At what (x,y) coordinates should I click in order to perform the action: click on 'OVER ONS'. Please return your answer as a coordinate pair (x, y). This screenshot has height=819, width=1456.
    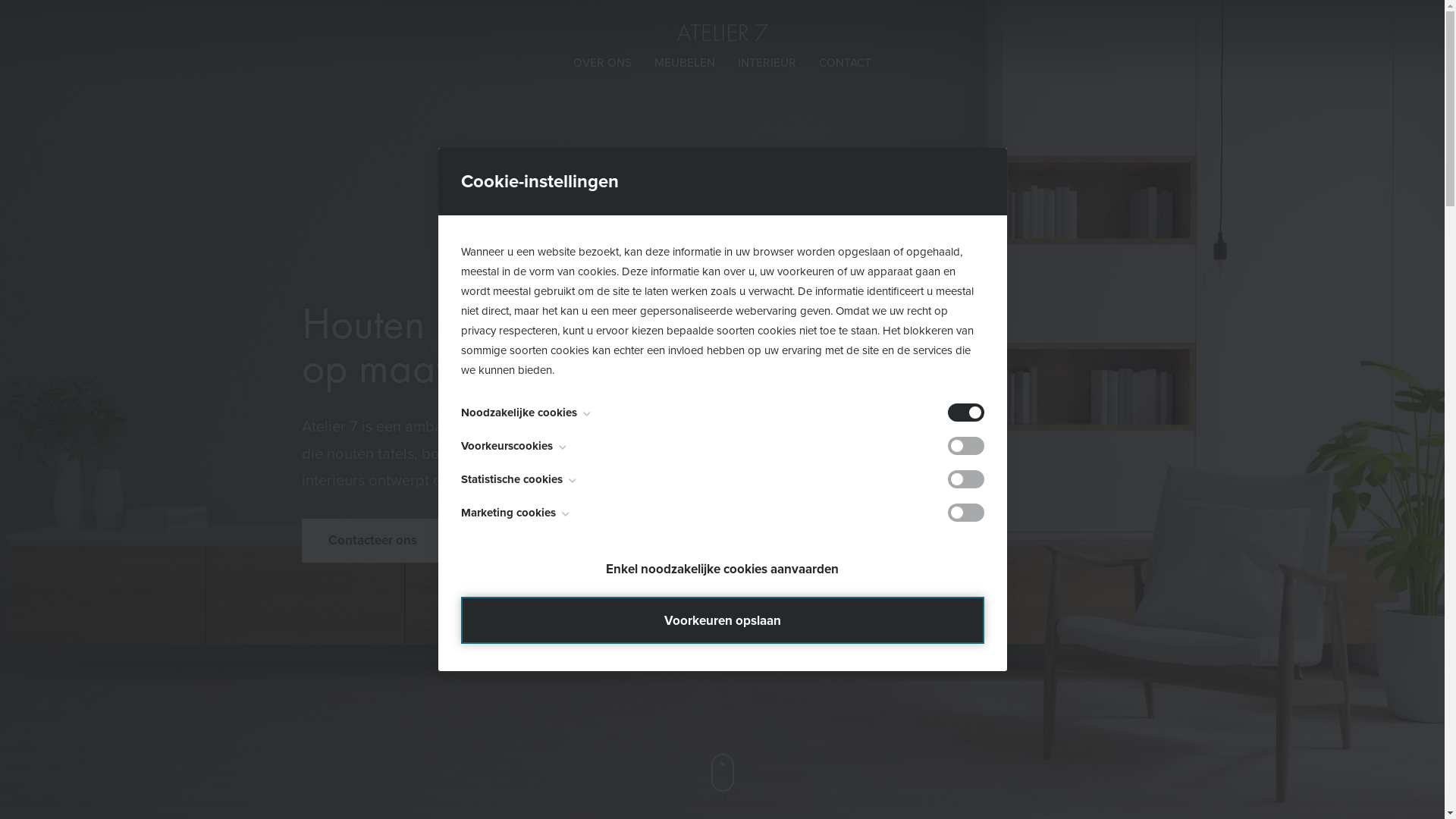
    Looking at the image, I should click on (572, 62).